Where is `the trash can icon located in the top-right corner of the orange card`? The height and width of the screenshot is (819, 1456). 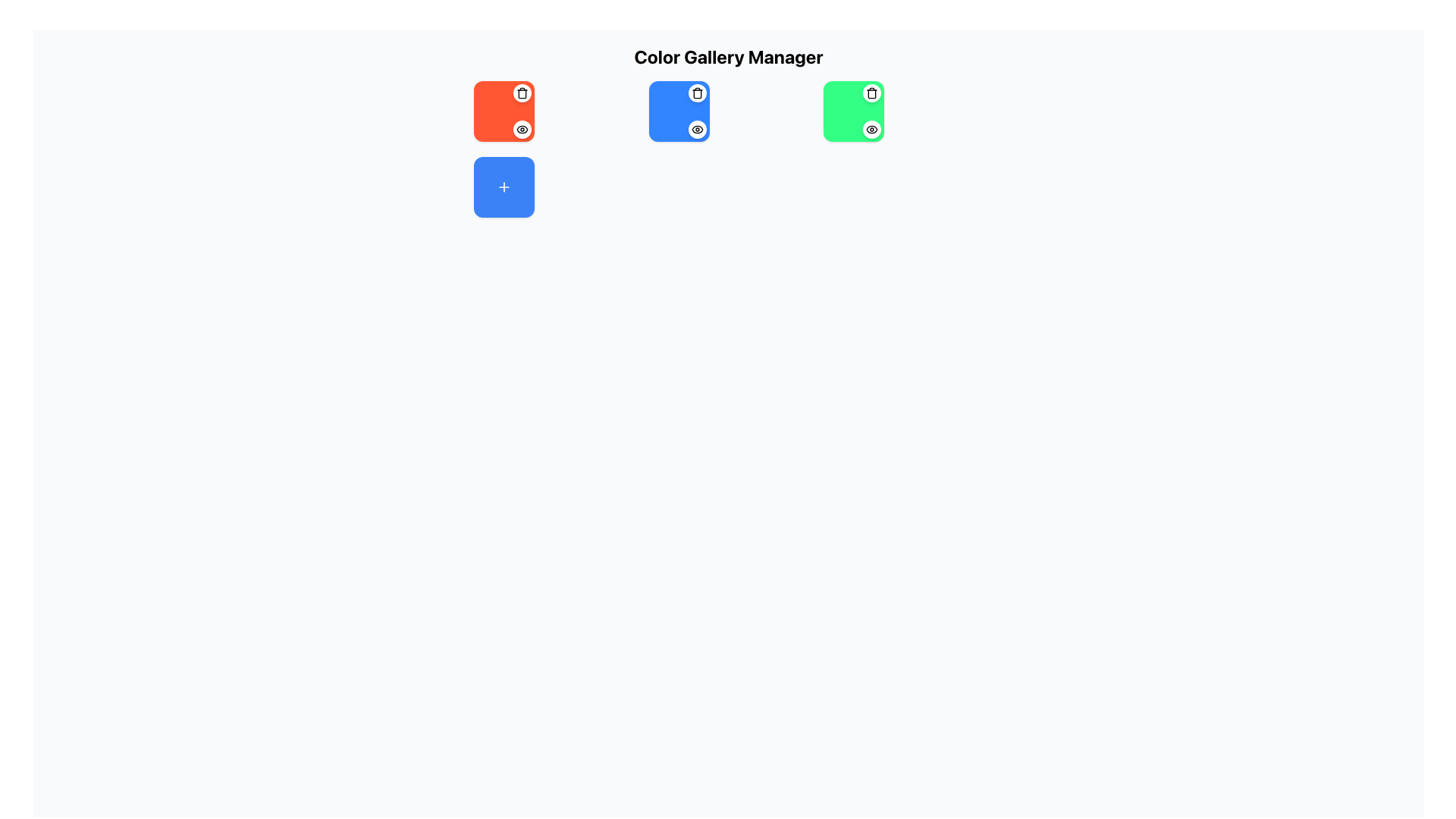
the trash can icon located in the top-right corner of the orange card is located at coordinates (522, 93).